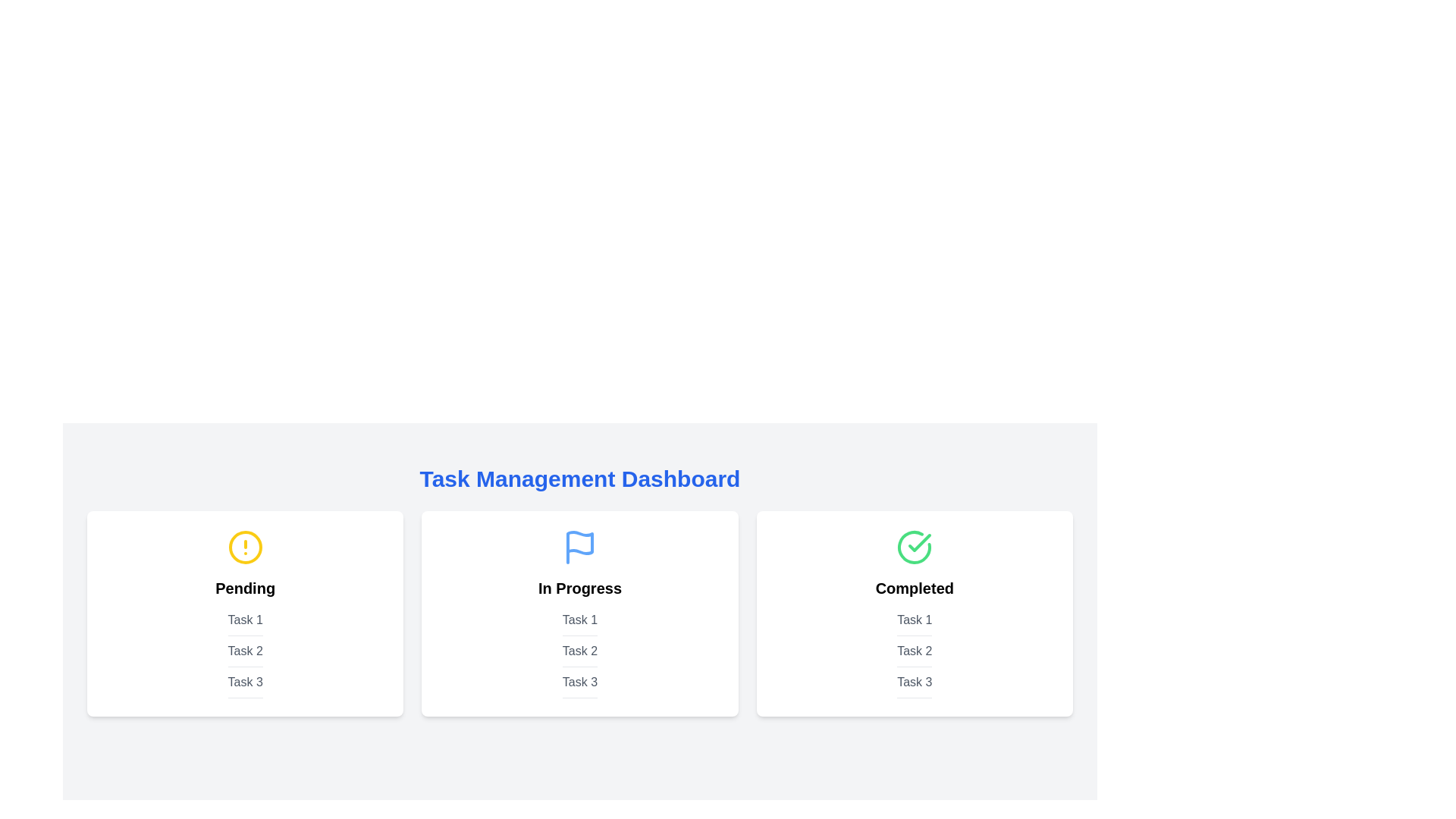  I want to click on the alert icon located at the top of the 'Pending' card on the dashboard to acknowledge the status, so click(245, 547).